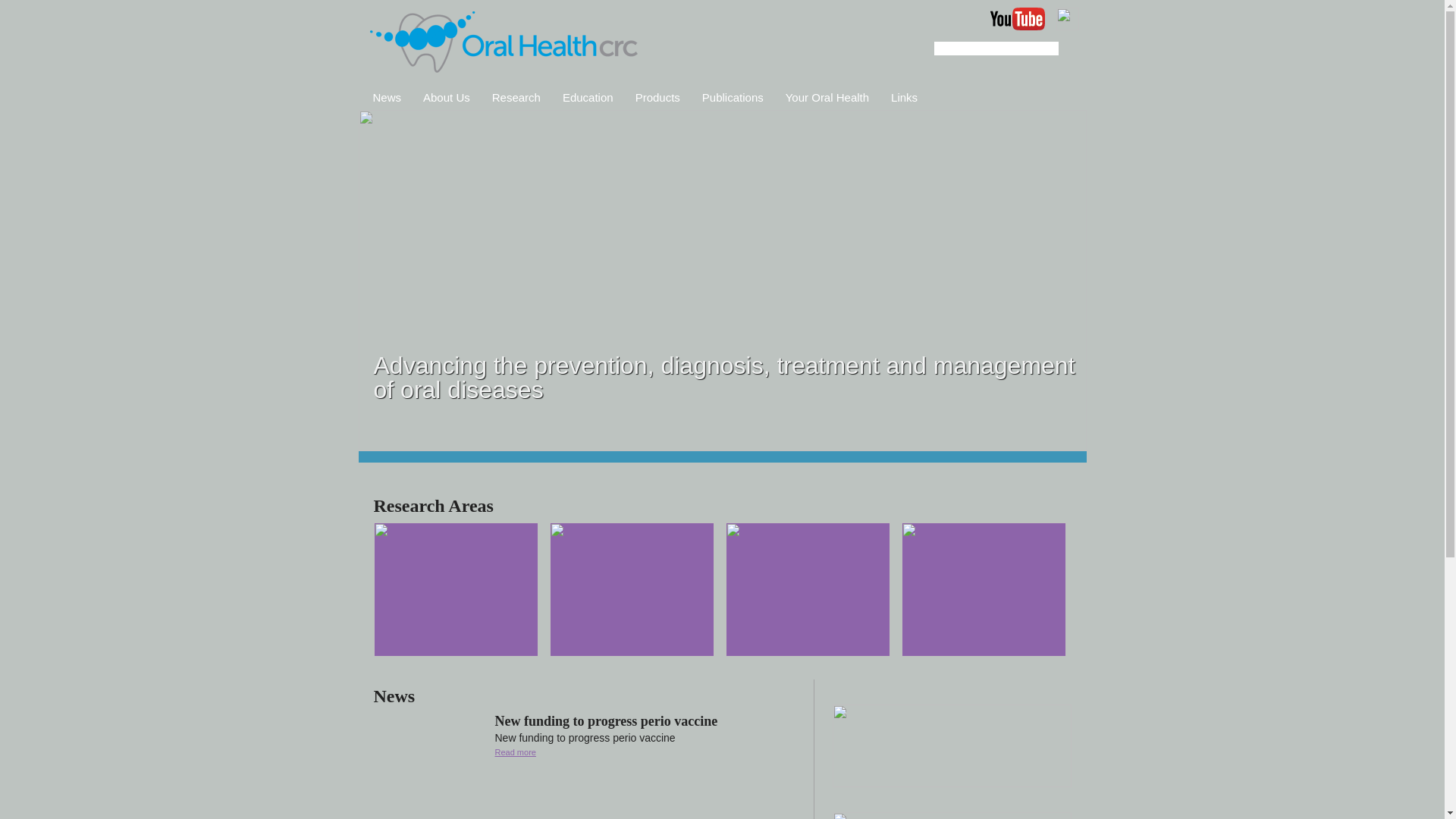 The width and height of the screenshot is (1456, 819). What do you see at coordinates (1058, 48) in the screenshot?
I see `'Search'` at bounding box center [1058, 48].